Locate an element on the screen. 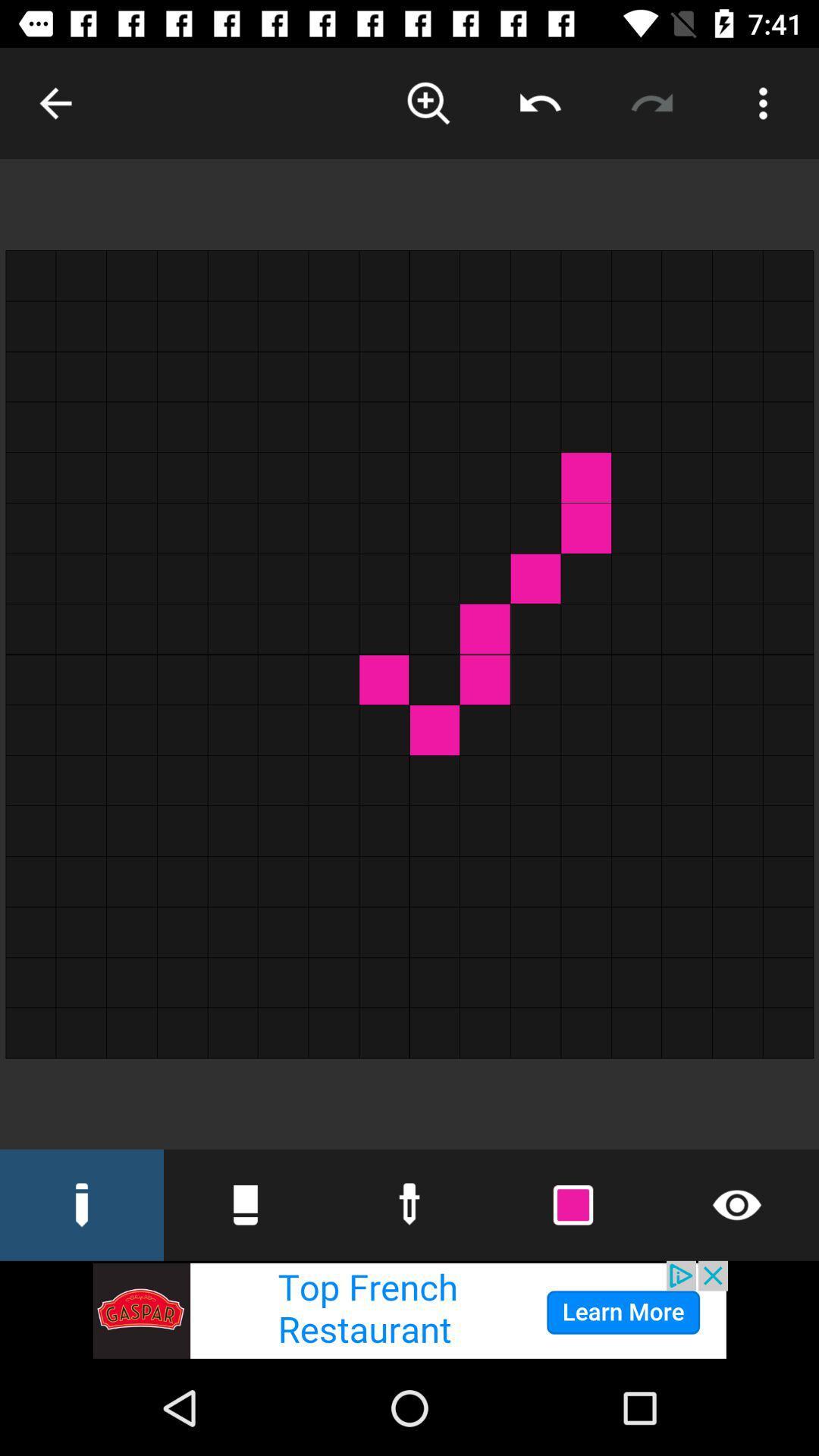  parameter button is located at coordinates (763, 102).